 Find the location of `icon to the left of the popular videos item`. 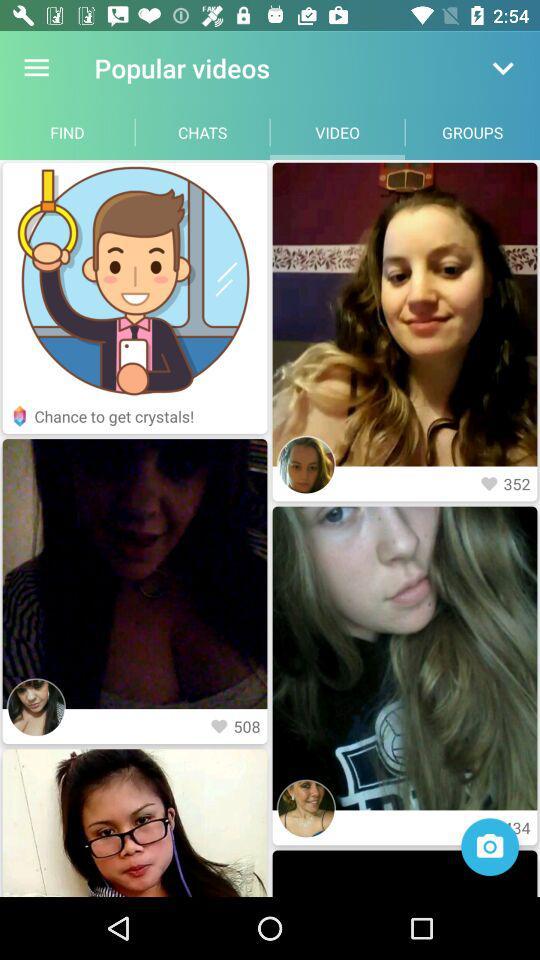

icon to the left of the popular videos item is located at coordinates (36, 68).